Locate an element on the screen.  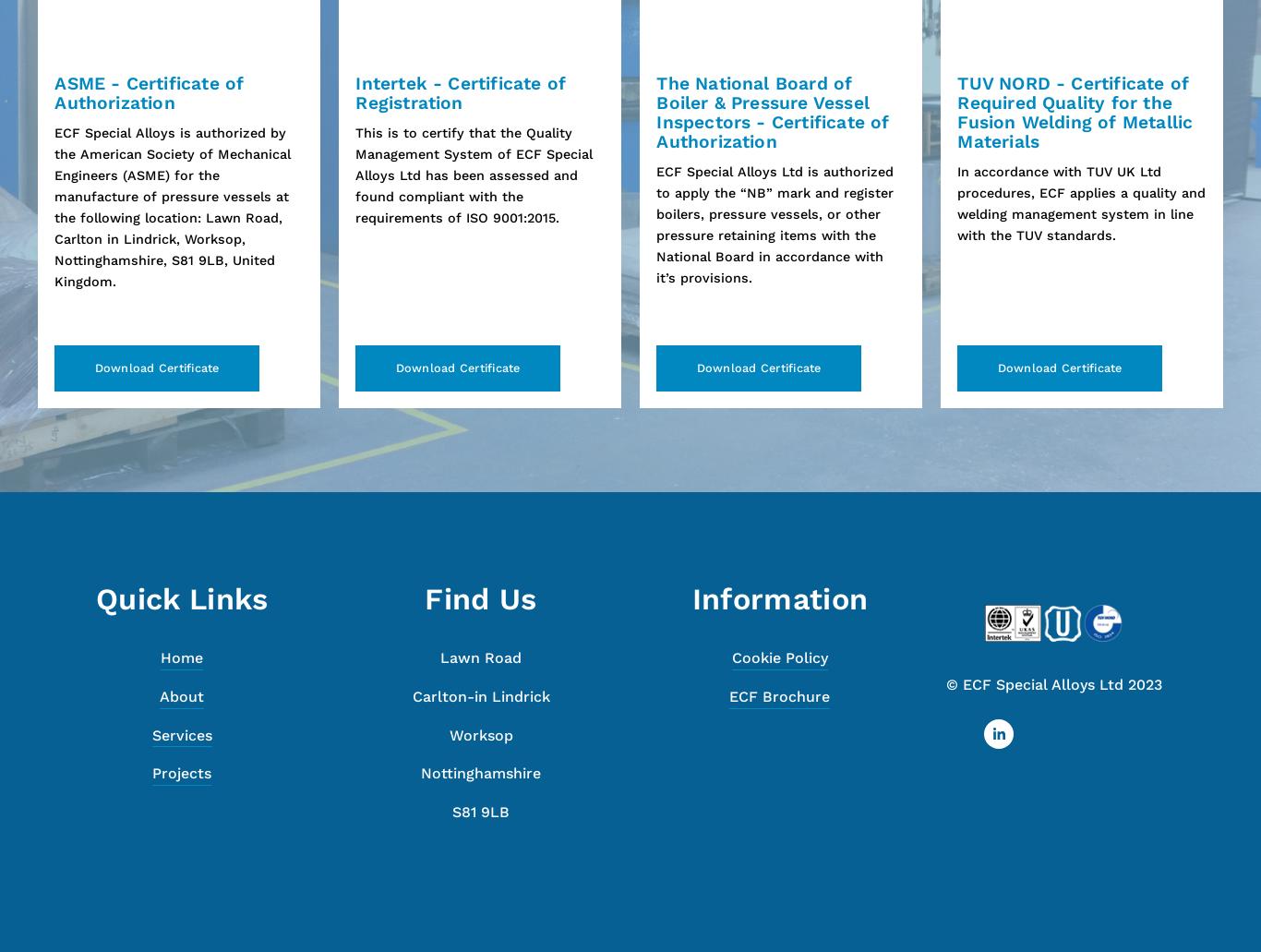
'Home' is located at coordinates (160, 657).